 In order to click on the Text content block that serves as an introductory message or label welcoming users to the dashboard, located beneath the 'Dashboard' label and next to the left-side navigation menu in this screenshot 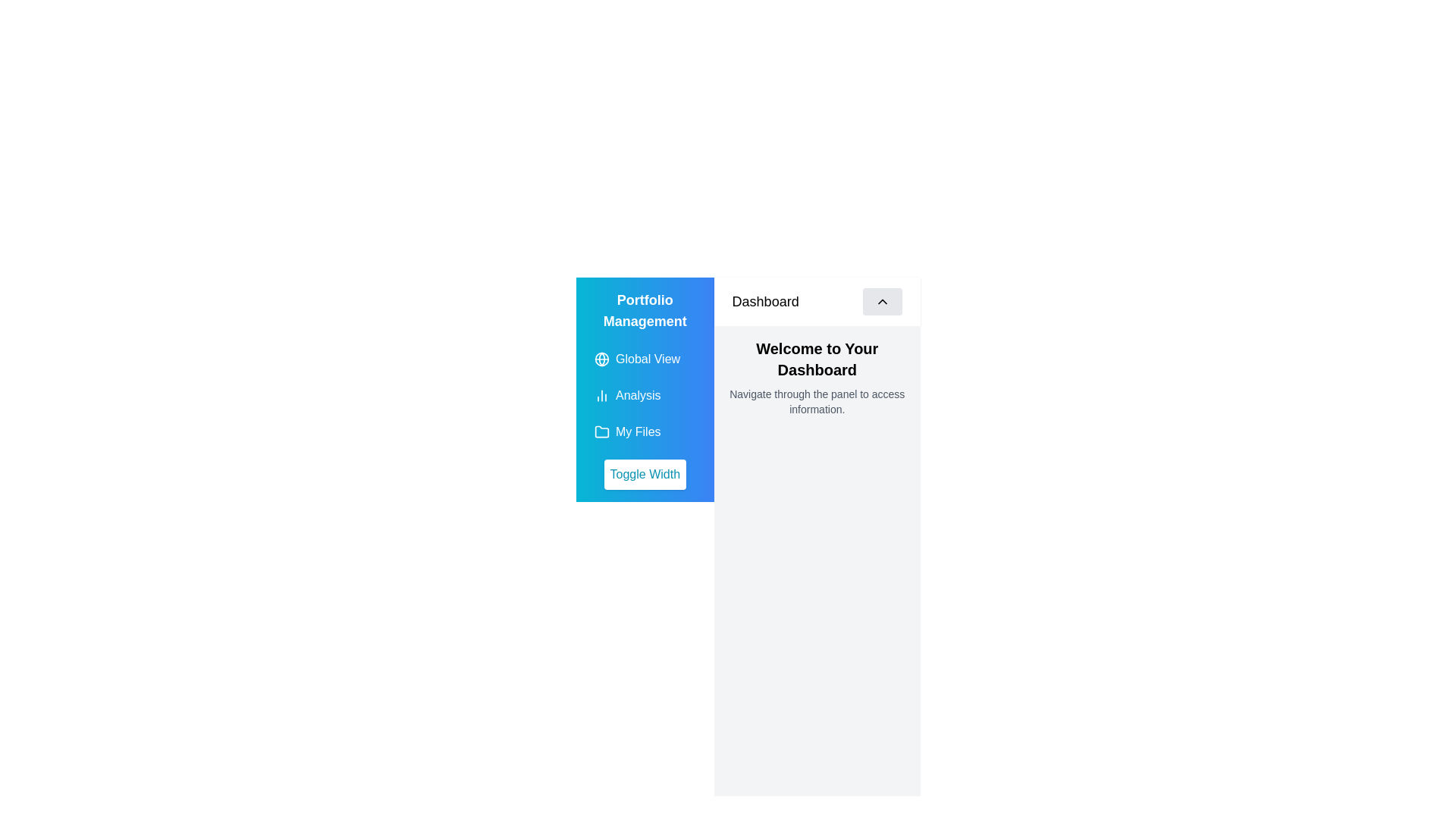, I will do `click(816, 376)`.